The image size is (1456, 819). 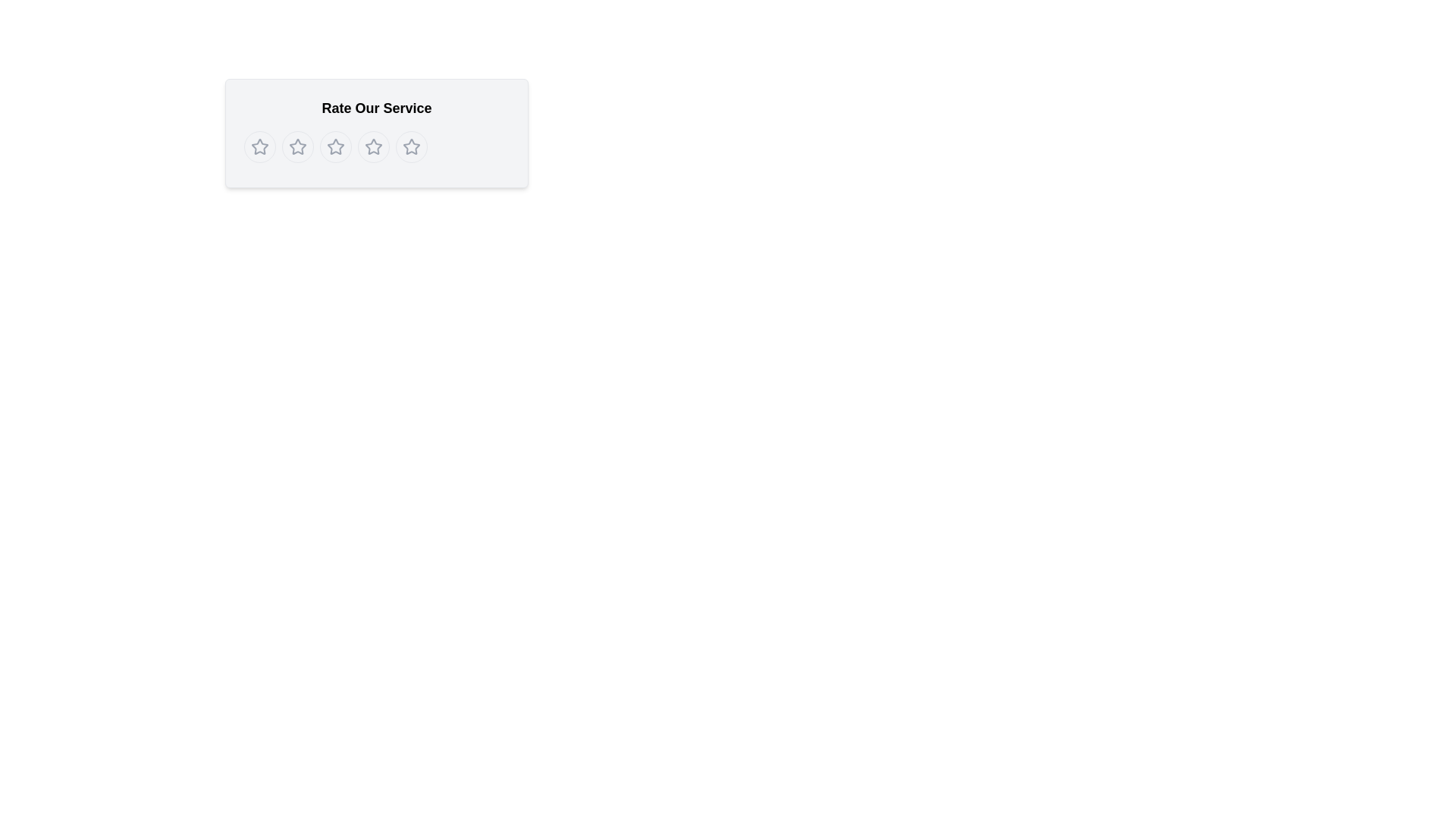 What do you see at coordinates (377, 146) in the screenshot?
I see `the fourth circular button labeled 'Rate 4' that contains a star icon, which is used for rating our service` at bounding box center [377, 146].